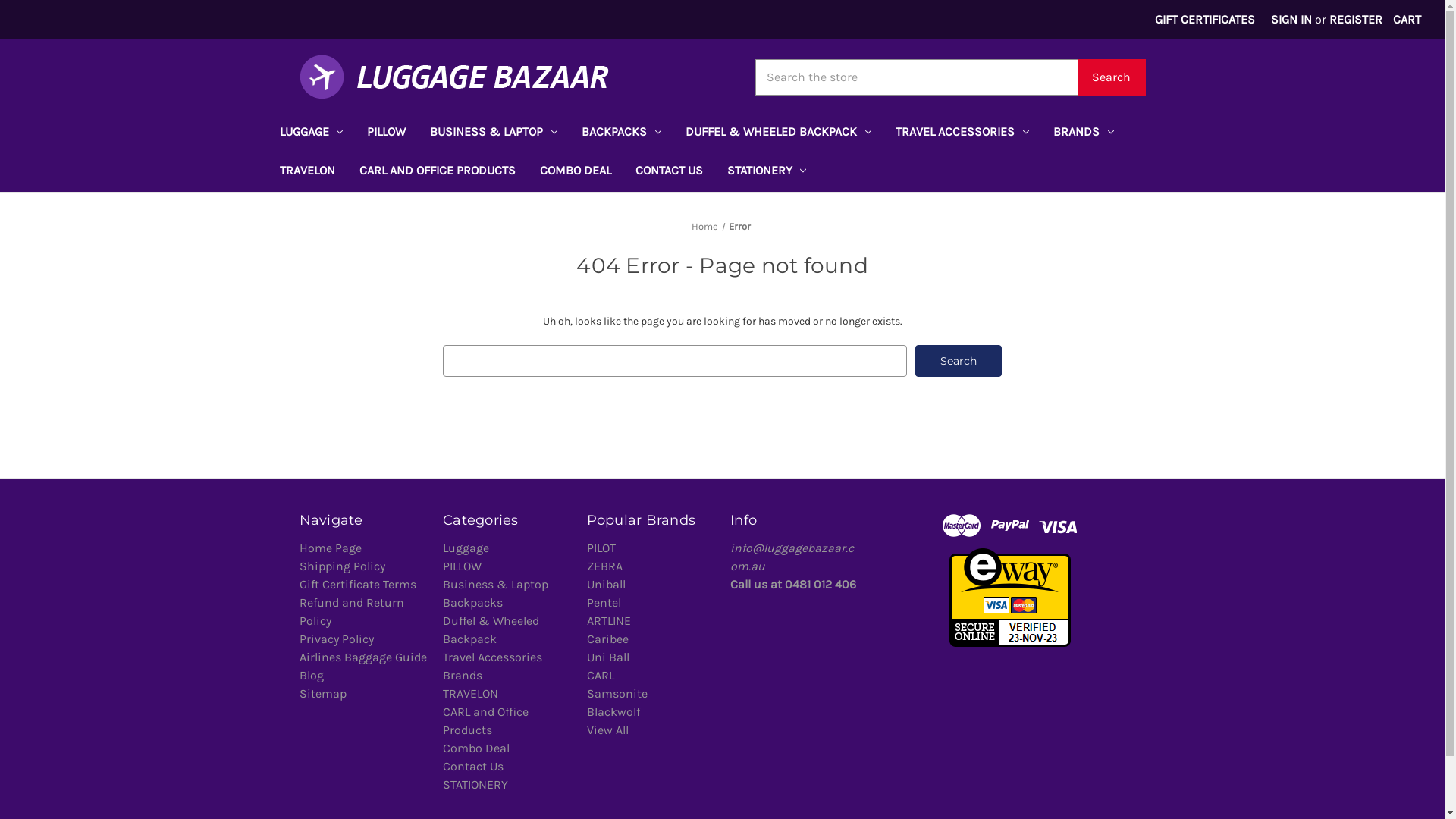 The width and height of the screenshot is (1456, 819). What do you see at coordinates (329, 548) in the screenshot?
I see `'Home Page'` at bounding box center [329, 548].